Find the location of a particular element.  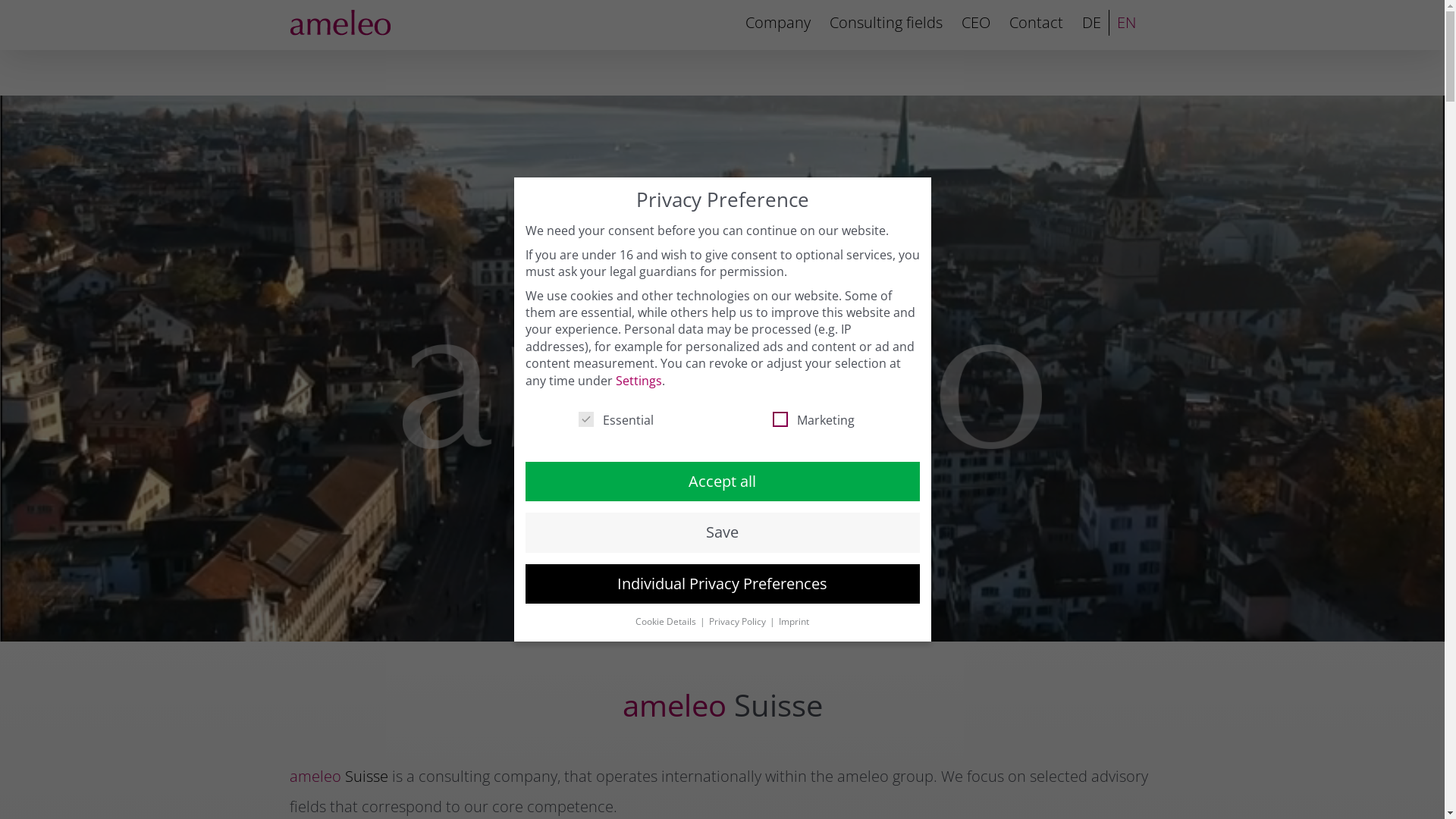

'Contact' is located at coordinates (1008, 23).